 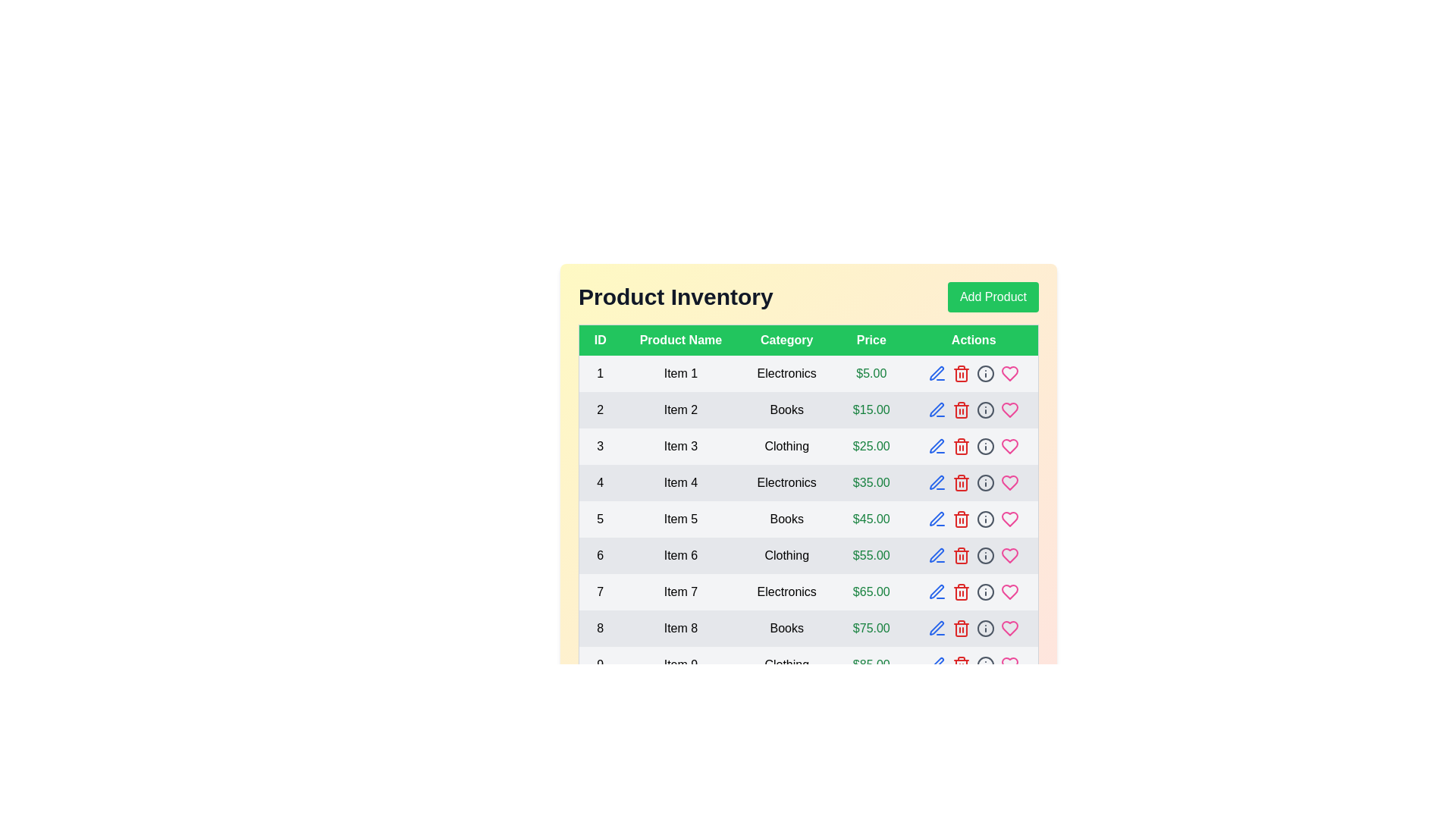 I want to click on the header Actions to sort or filter the table, so click(x=974, y=339).